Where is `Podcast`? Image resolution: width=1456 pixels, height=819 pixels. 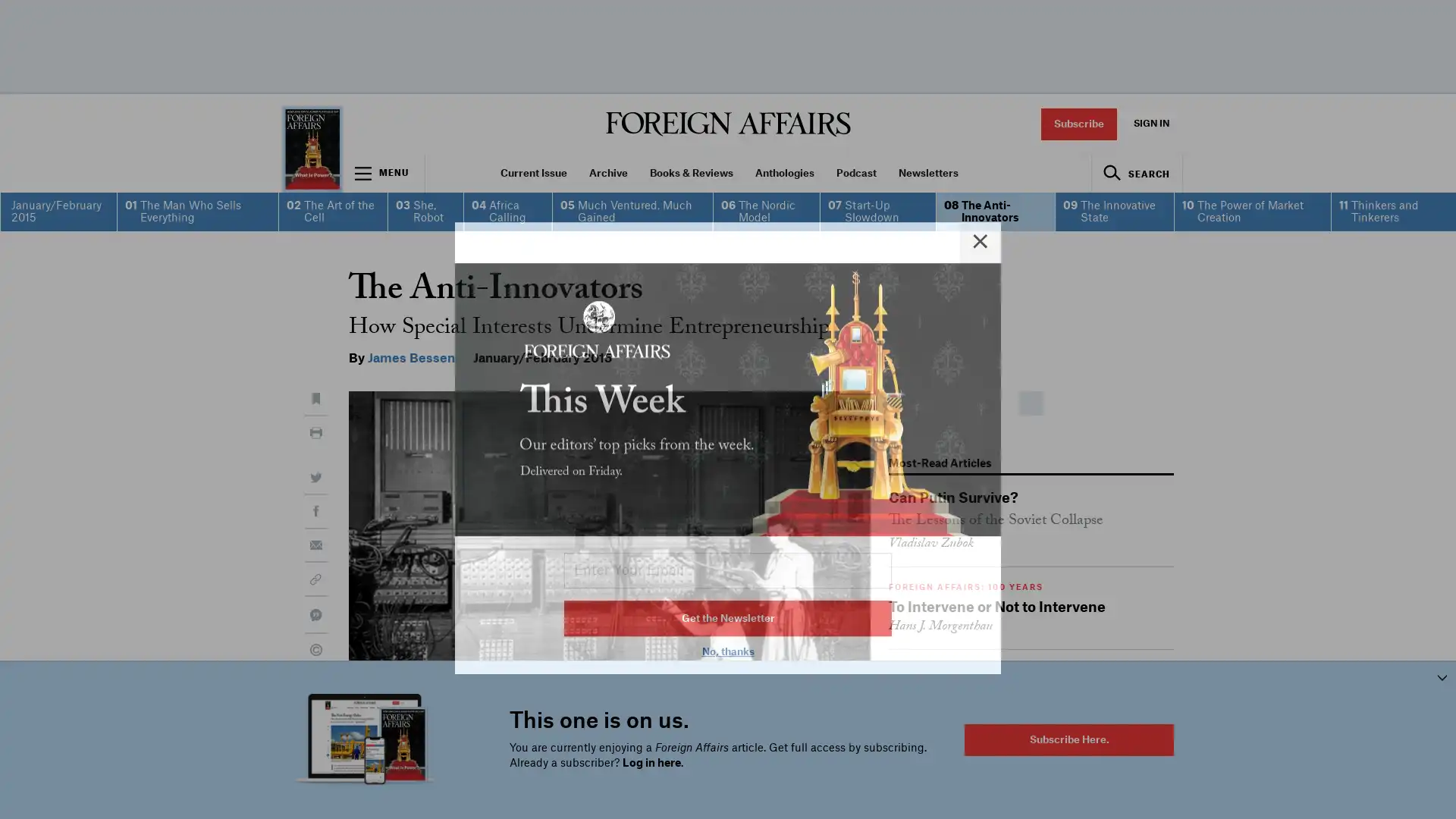
Podcast is located at coordinates (855, 172).